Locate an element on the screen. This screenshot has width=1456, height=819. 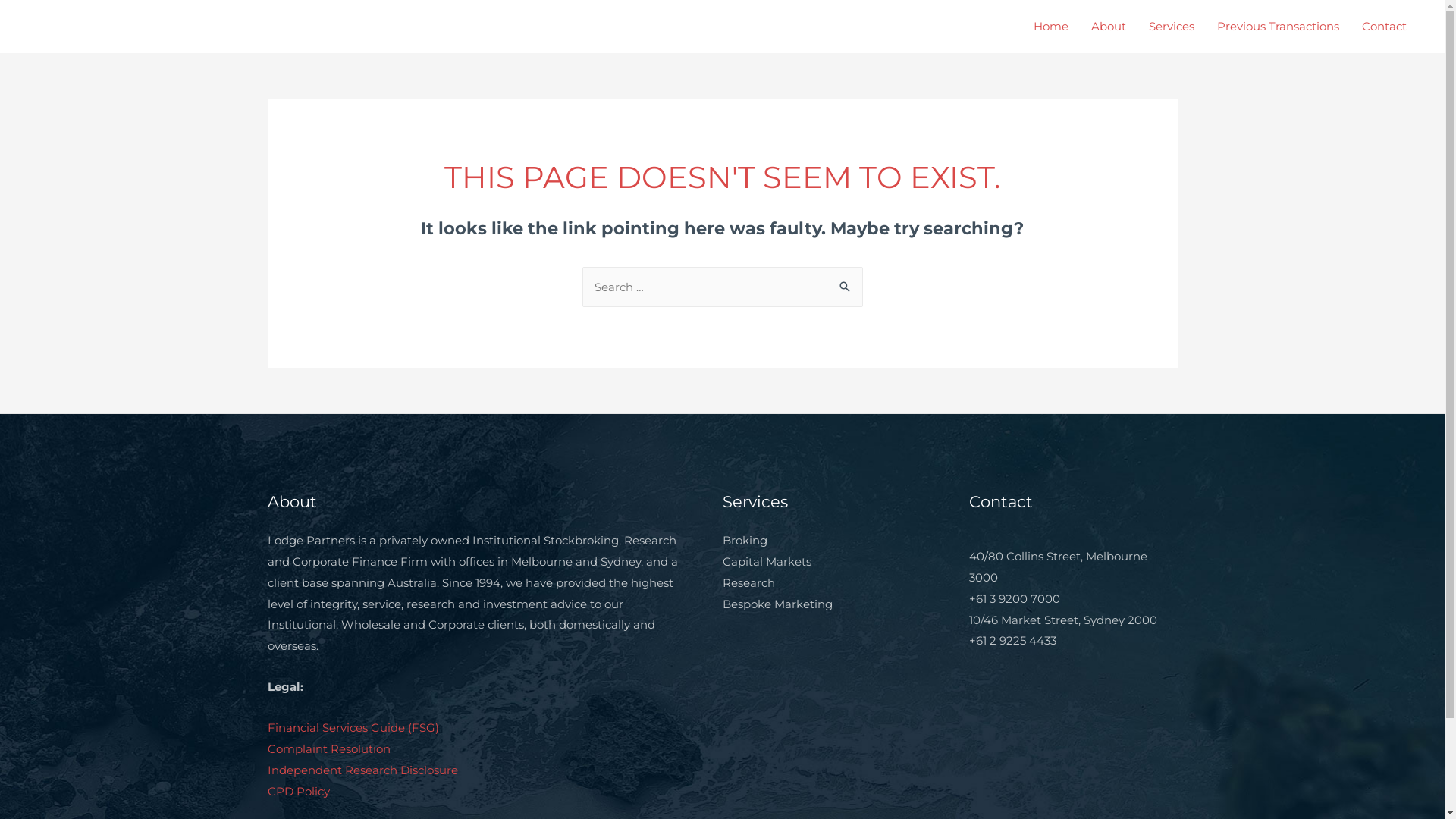
'Capital Markets' is located at coordinates (720, 561).